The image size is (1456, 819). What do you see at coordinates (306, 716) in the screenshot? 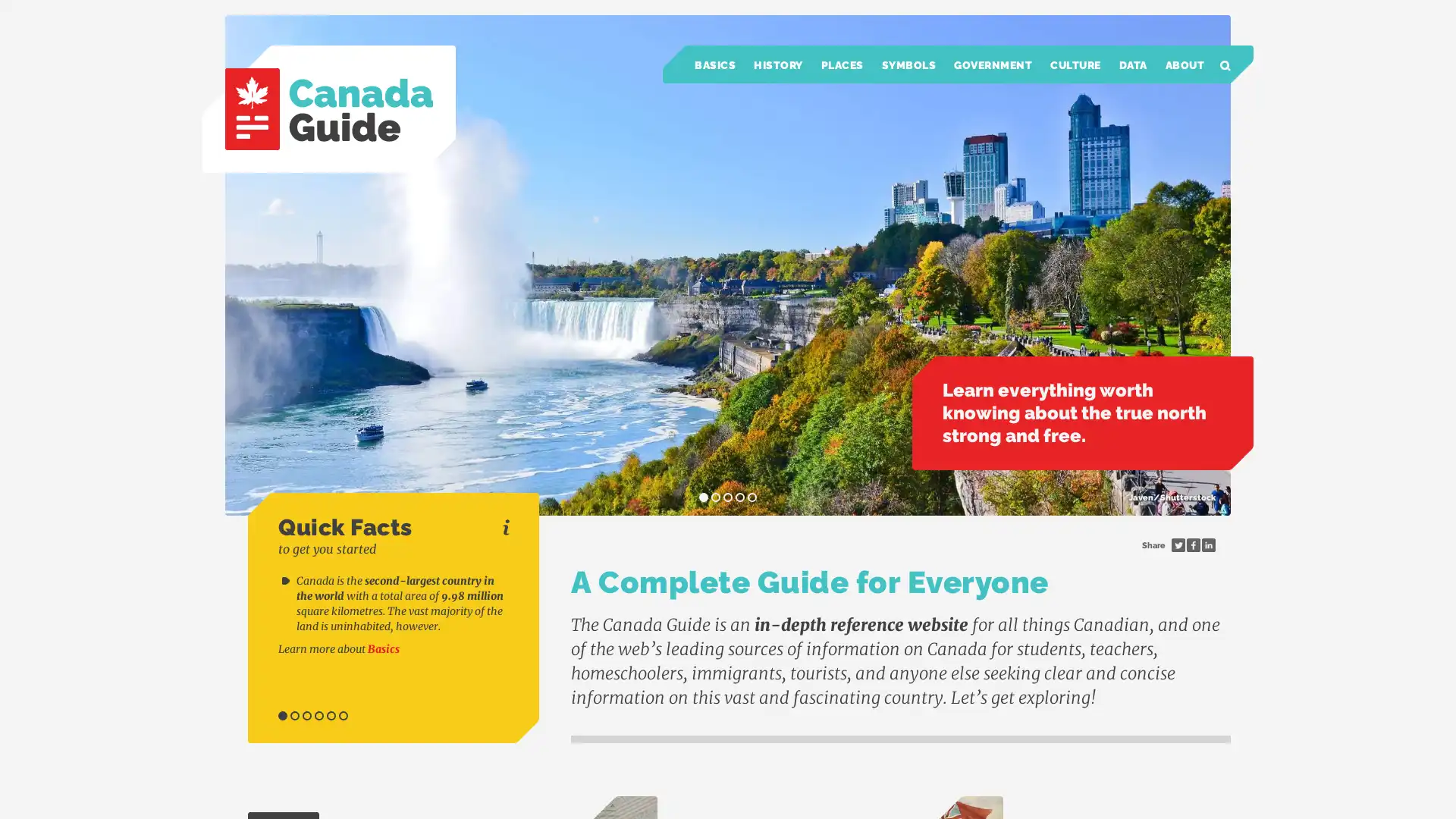
I see `Go to slide 3` at bounding box center [306, 716].